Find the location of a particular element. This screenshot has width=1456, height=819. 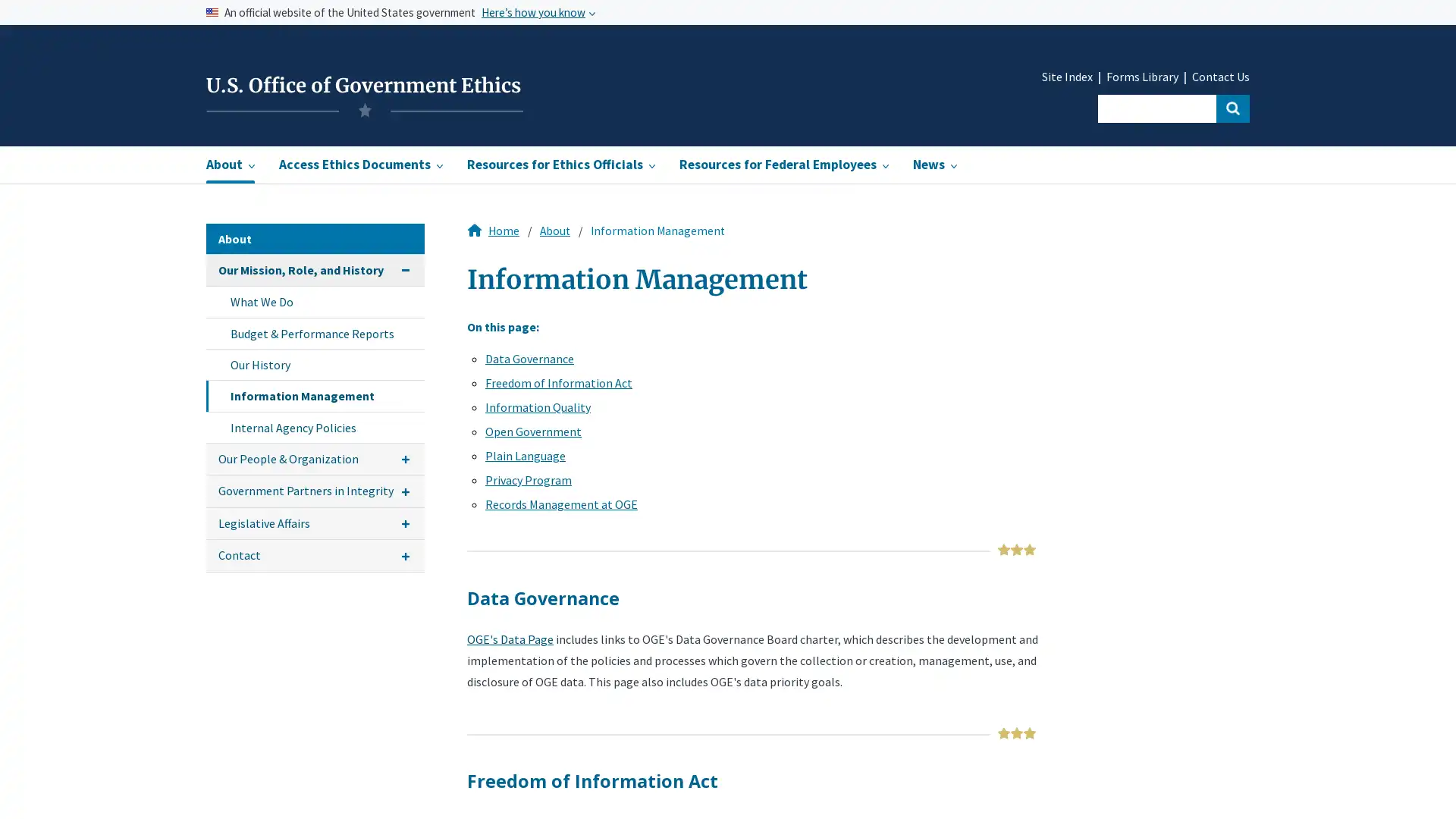

Legislative Affairs is located at coordinates (315, 522).